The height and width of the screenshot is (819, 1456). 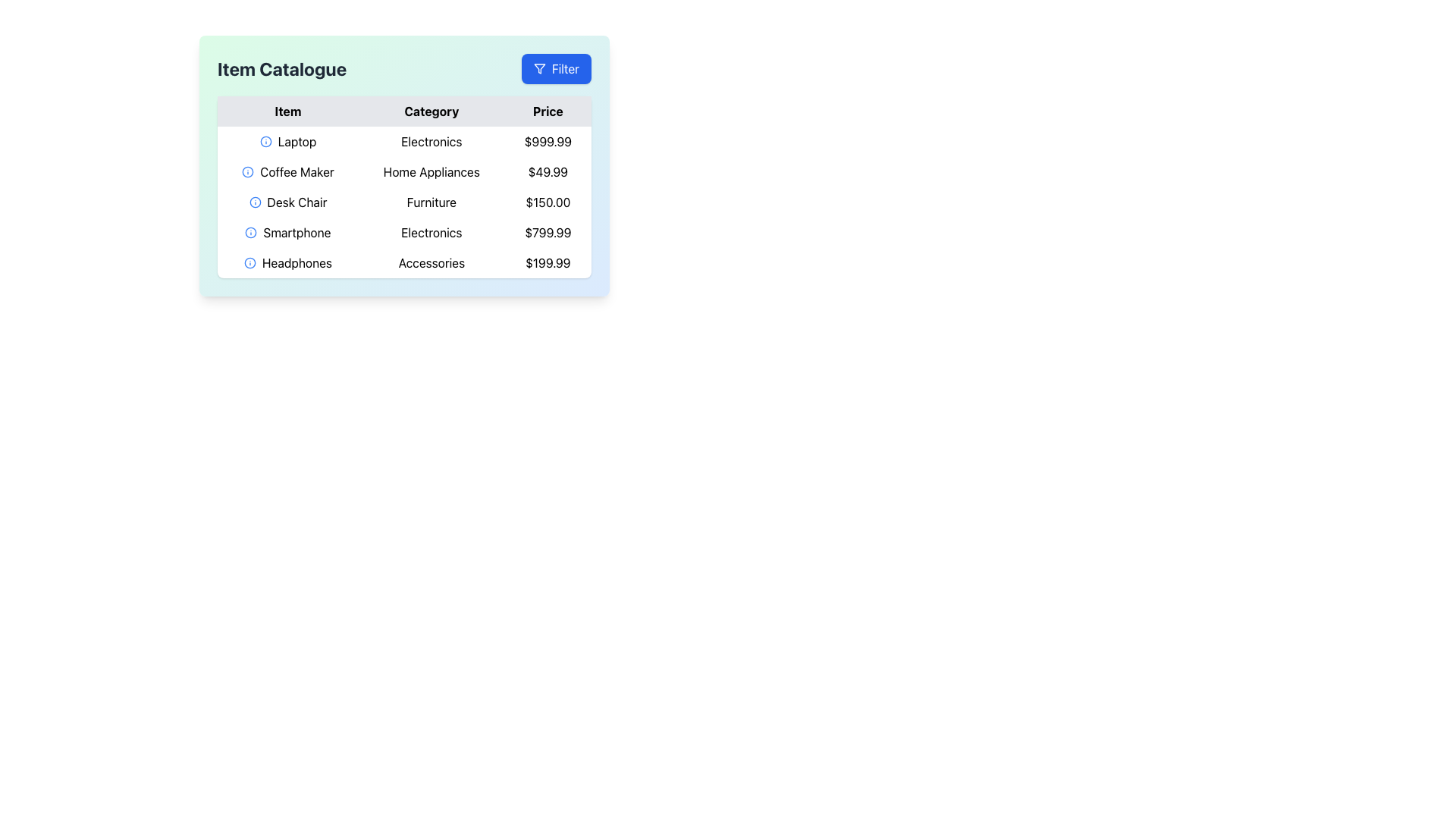 I want to click on the Text Label that serves as a category label for the 'Desk Chair' item in the table, positioned between 'Desk Chair' and '$150.00', so click(x=431, y=201).